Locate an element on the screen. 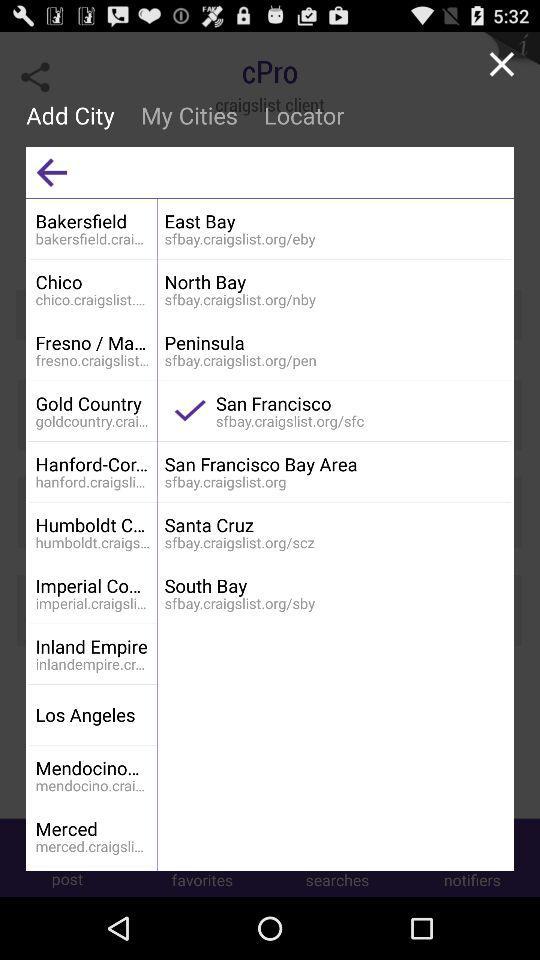 The image size is (540, 960). my cities item is located at coordinates (189, 115).